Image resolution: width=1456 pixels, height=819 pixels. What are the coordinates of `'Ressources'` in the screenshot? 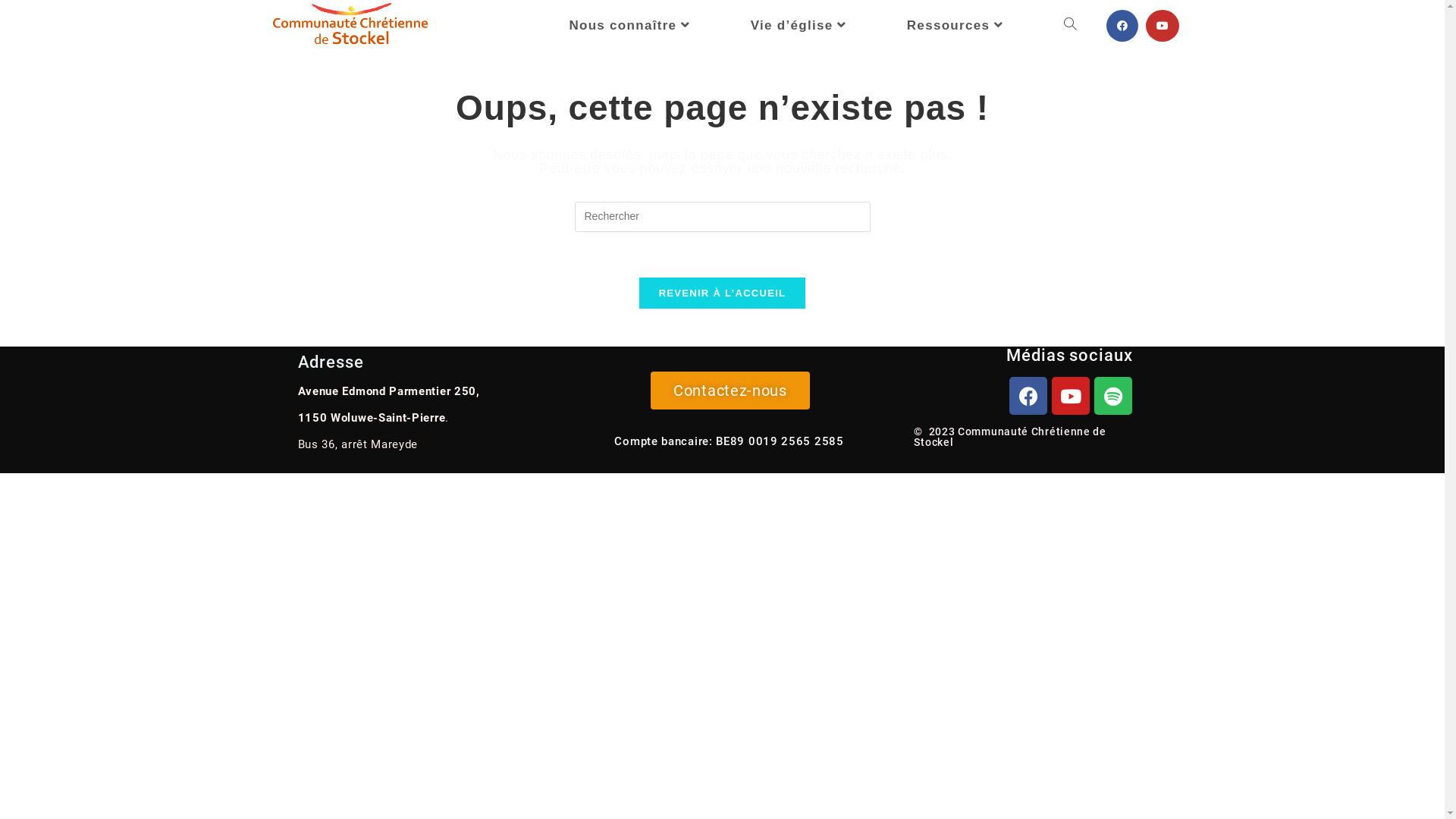 It's located at (956, 26).